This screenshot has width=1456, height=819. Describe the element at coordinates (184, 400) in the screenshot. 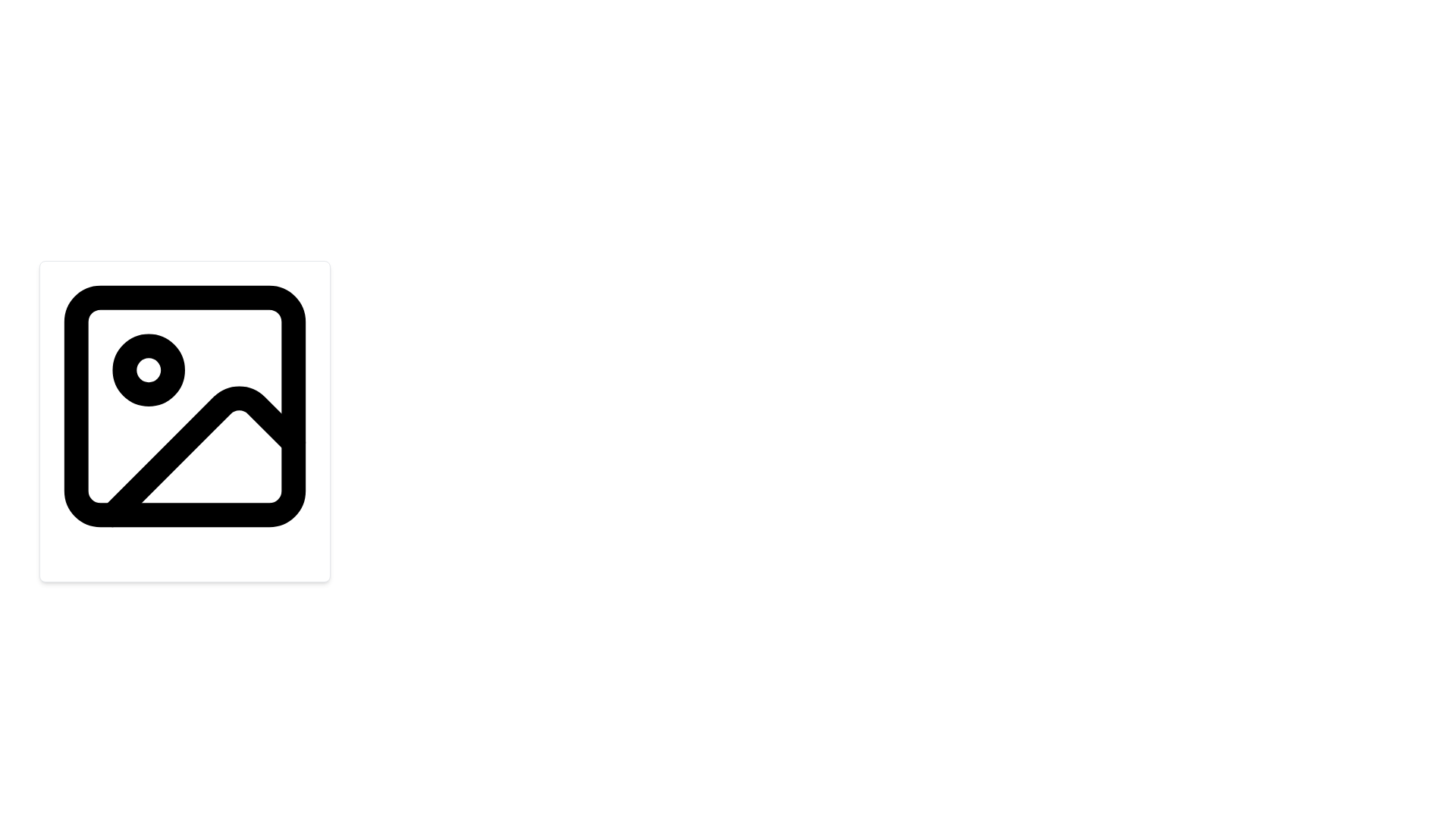

I see `the decorative circle element, which represents the head component of the user icon, located at the upper part of the profile illustration` at that location.